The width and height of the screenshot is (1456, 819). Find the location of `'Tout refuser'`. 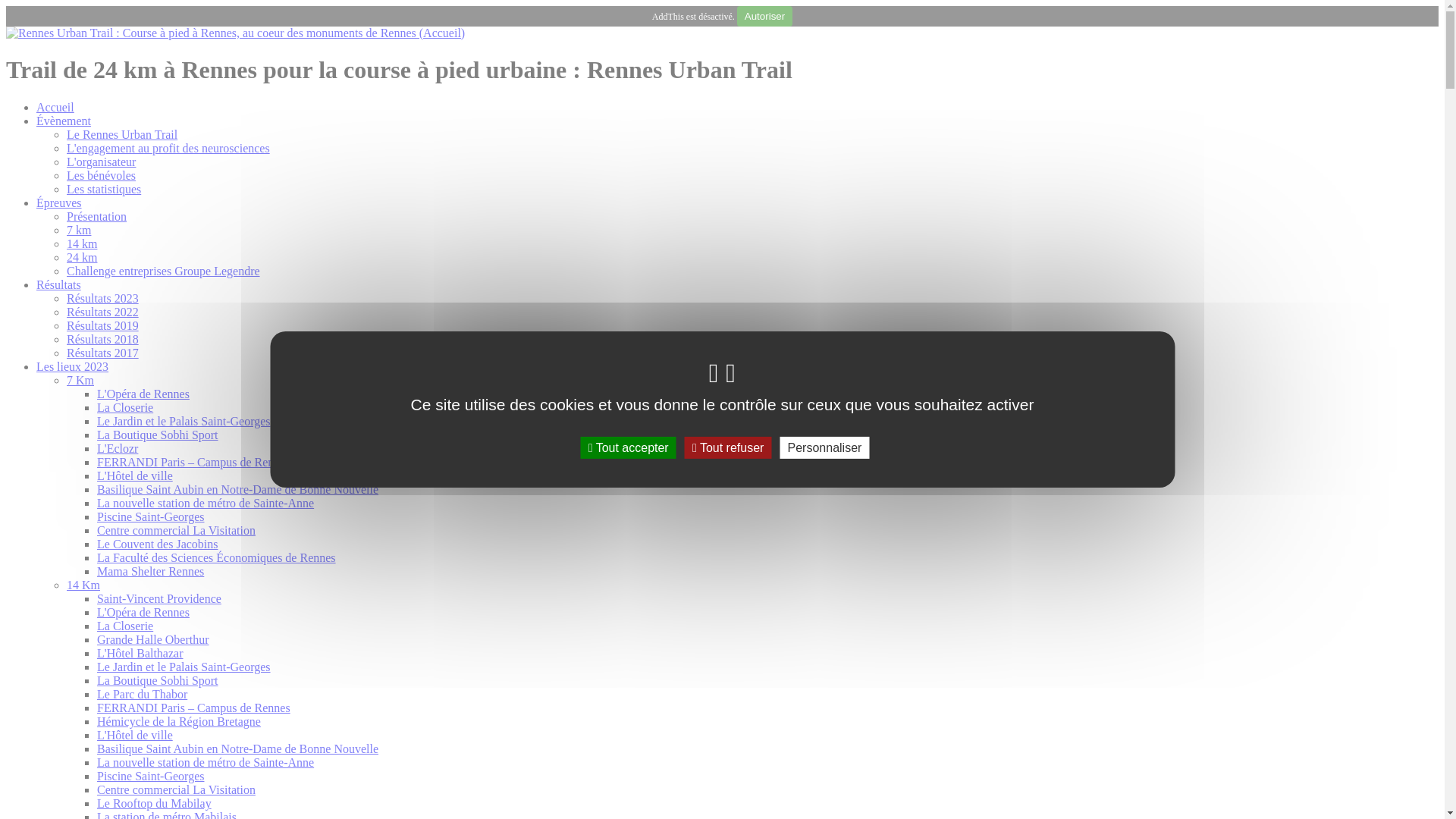

'Tout refuser' is located at coordinates (728, 447).